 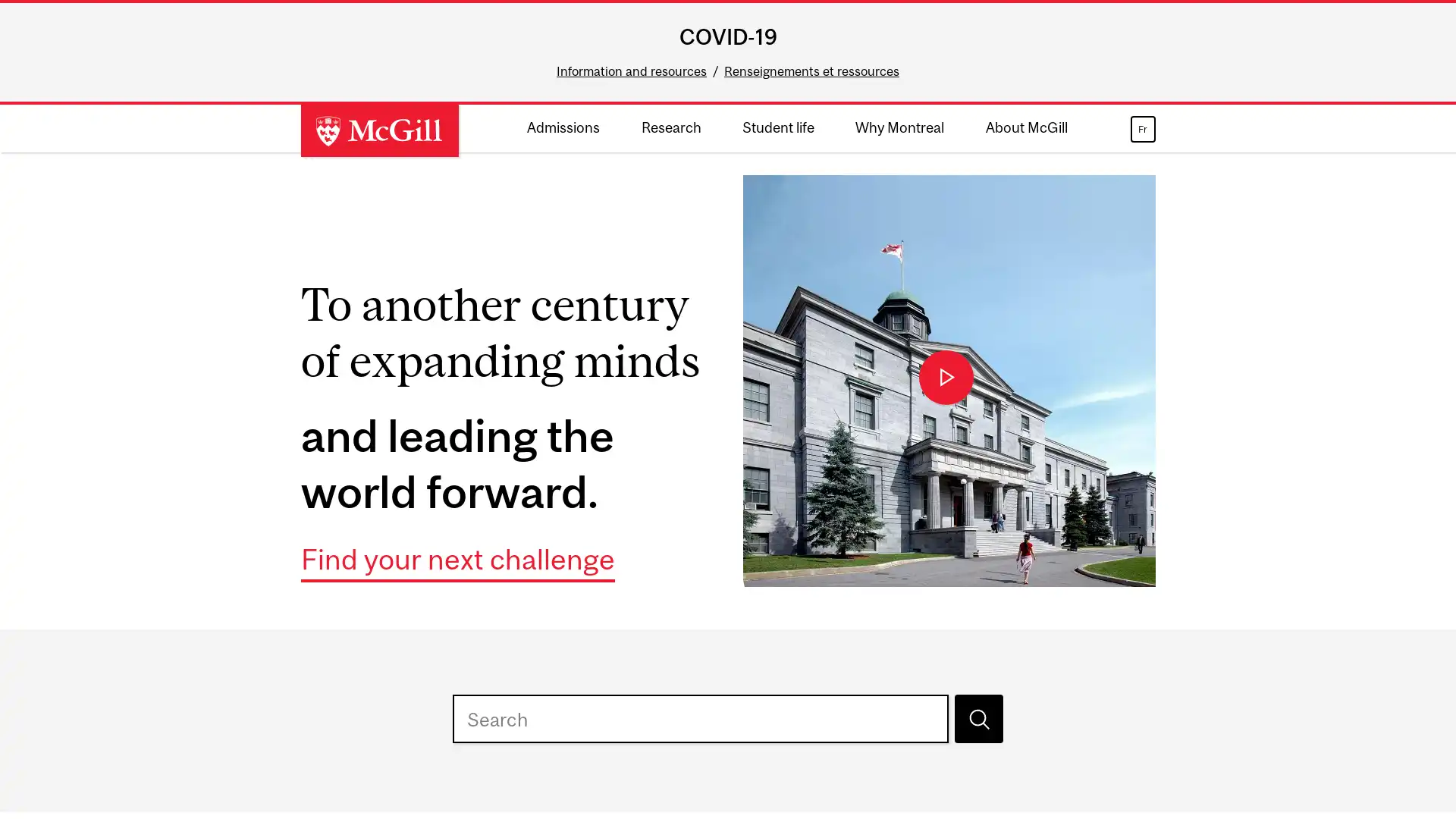 What do you see at coordinates (563, 127) in the screenshot?
I see `Admissions` at bounding box center [563, 127].